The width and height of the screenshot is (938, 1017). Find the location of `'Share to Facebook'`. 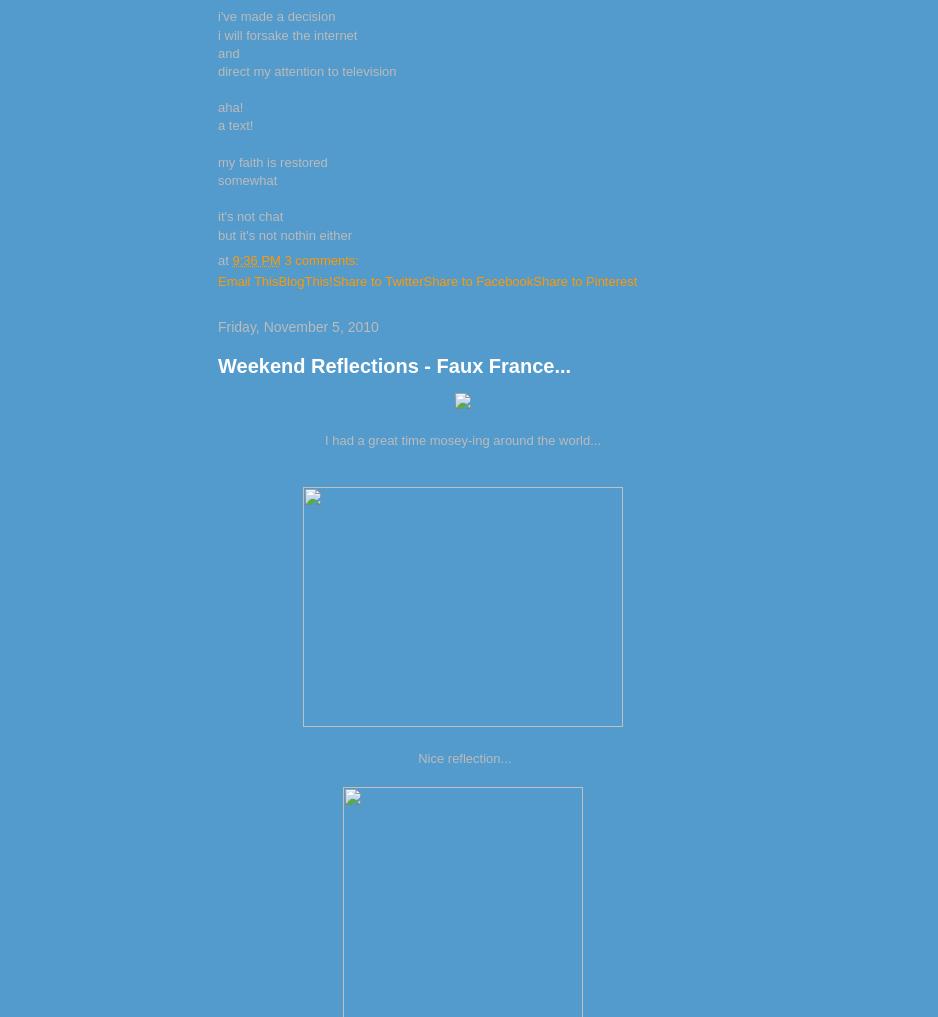

'Share to Facebook' is located at coordinates (478, 280).